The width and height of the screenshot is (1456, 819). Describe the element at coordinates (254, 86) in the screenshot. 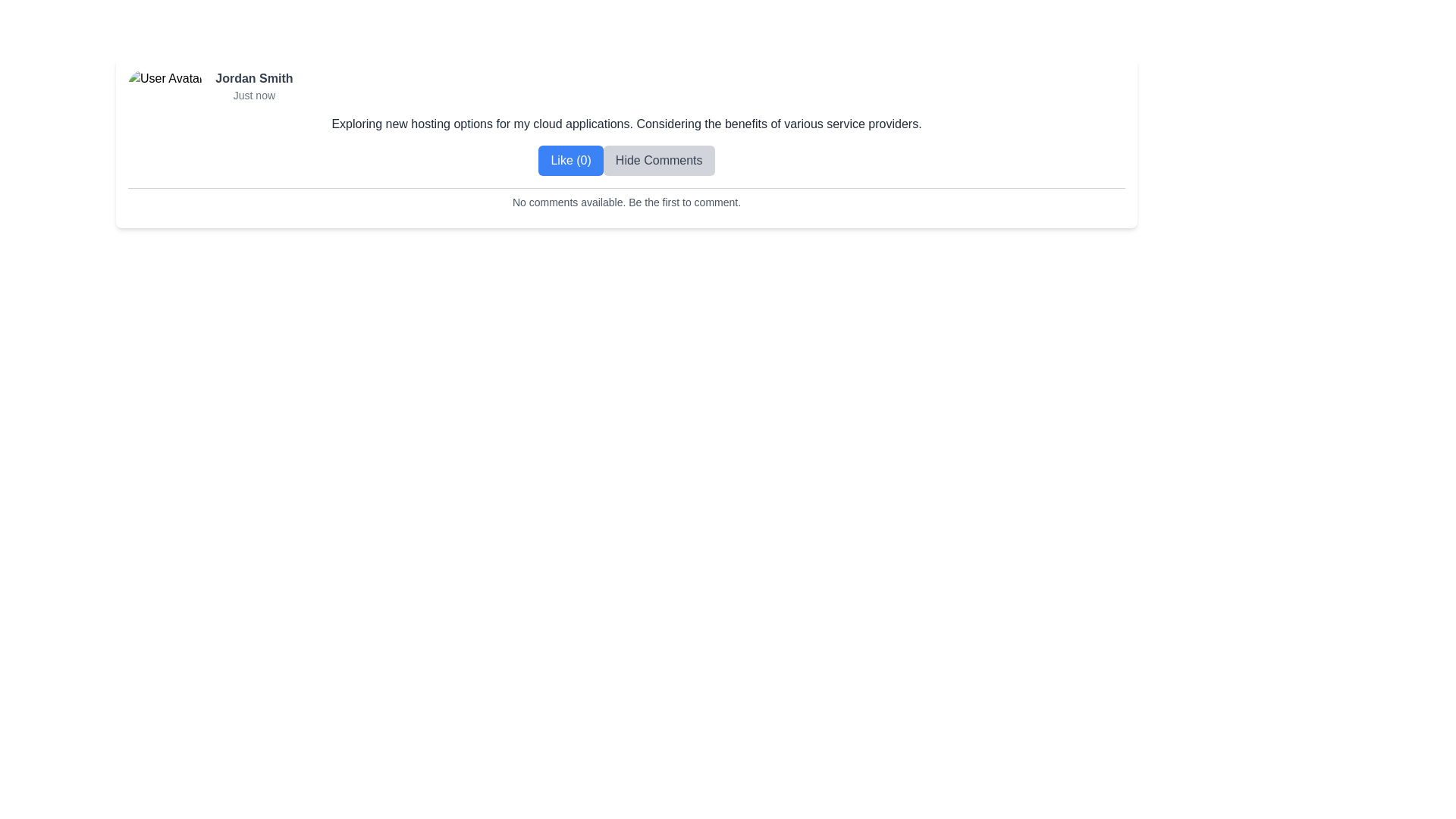

I see `the text block displaying 'Jordan Smith' as the author and 'Just now' as the timestamp, which is located to the right of the avatar image` at that location.